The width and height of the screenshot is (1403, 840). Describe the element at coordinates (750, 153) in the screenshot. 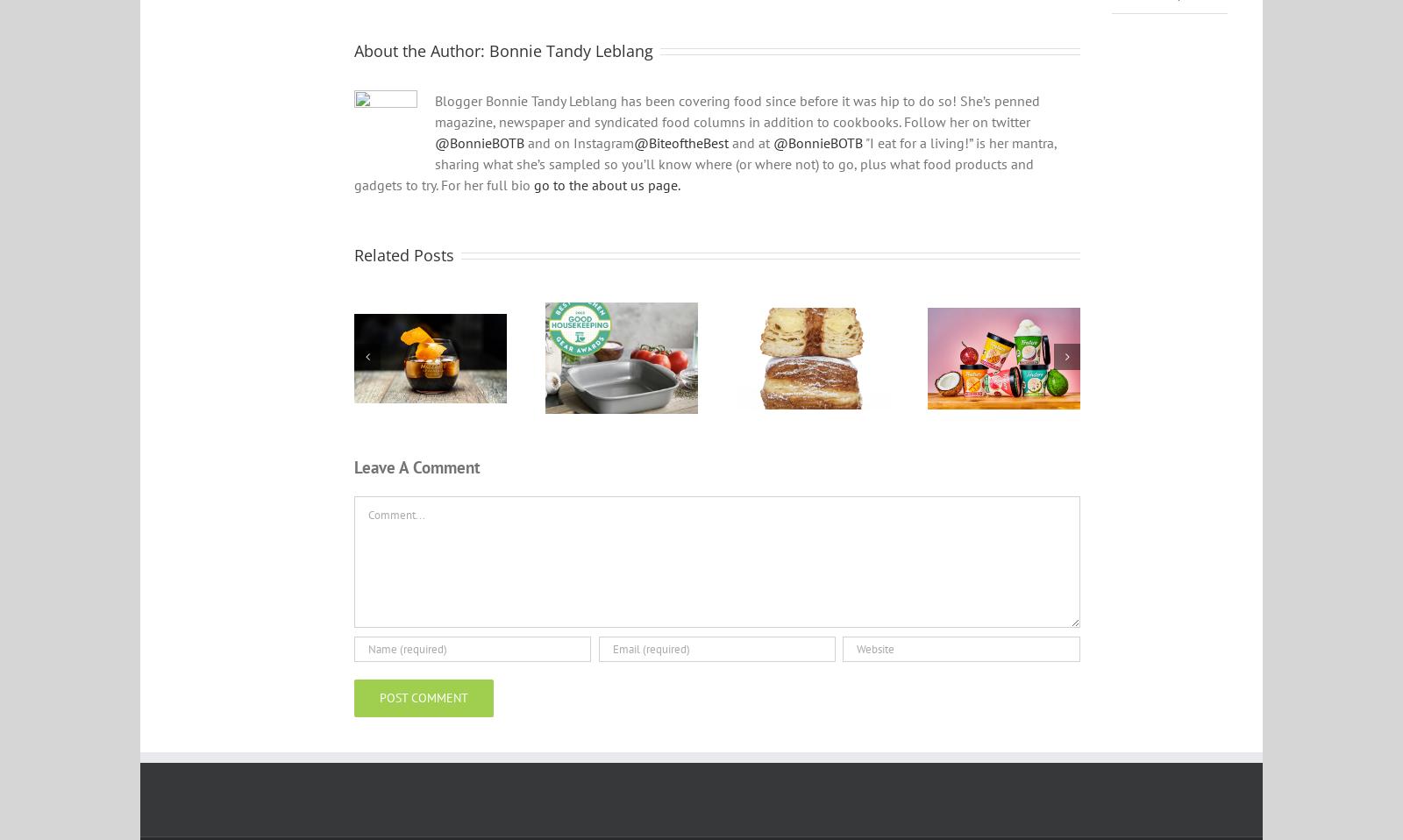

I see `'and at'` at that location.